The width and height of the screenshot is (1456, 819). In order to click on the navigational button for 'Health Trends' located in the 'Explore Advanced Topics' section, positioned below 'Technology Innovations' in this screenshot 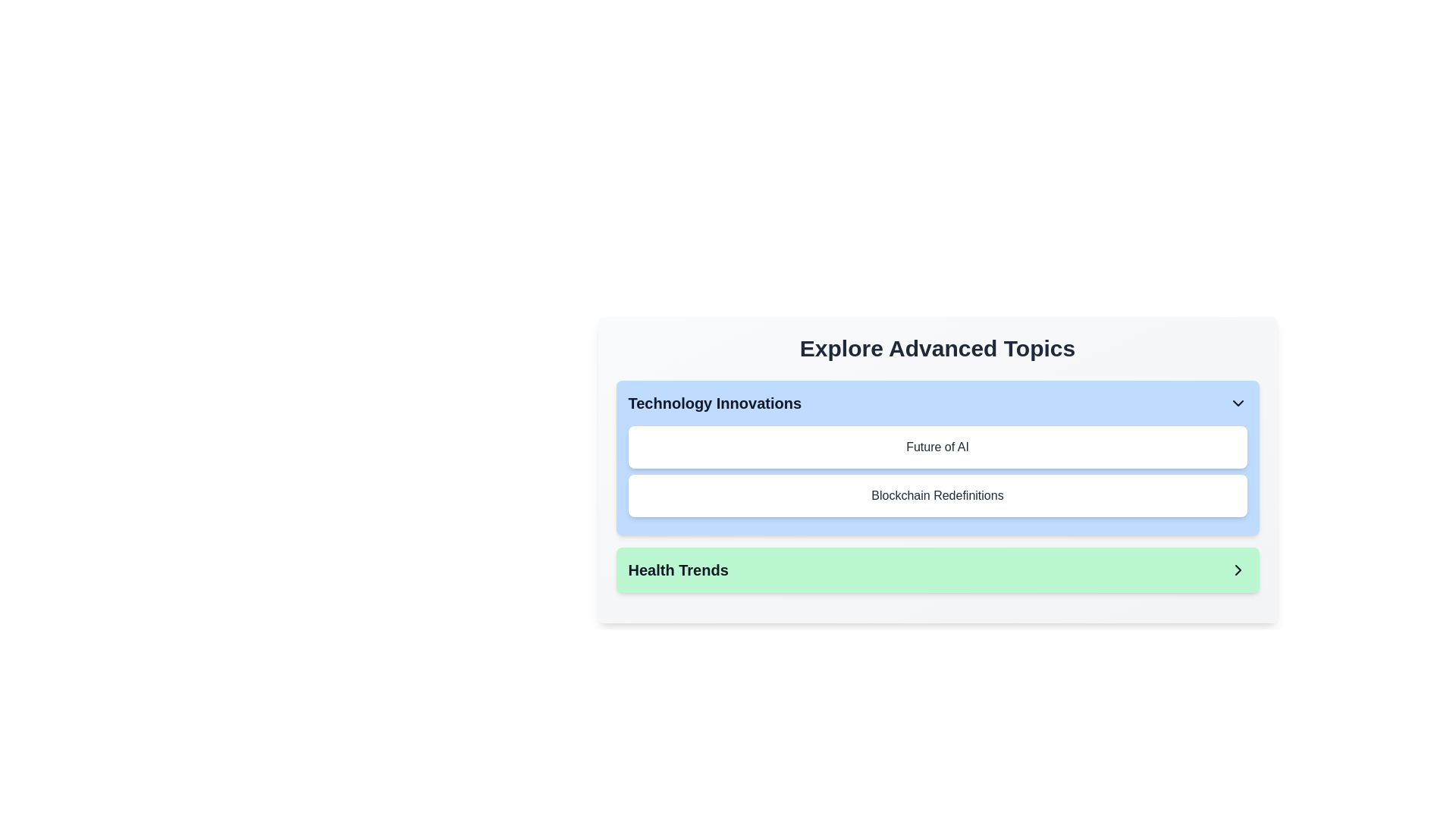, I will do `click(937, 570)`.